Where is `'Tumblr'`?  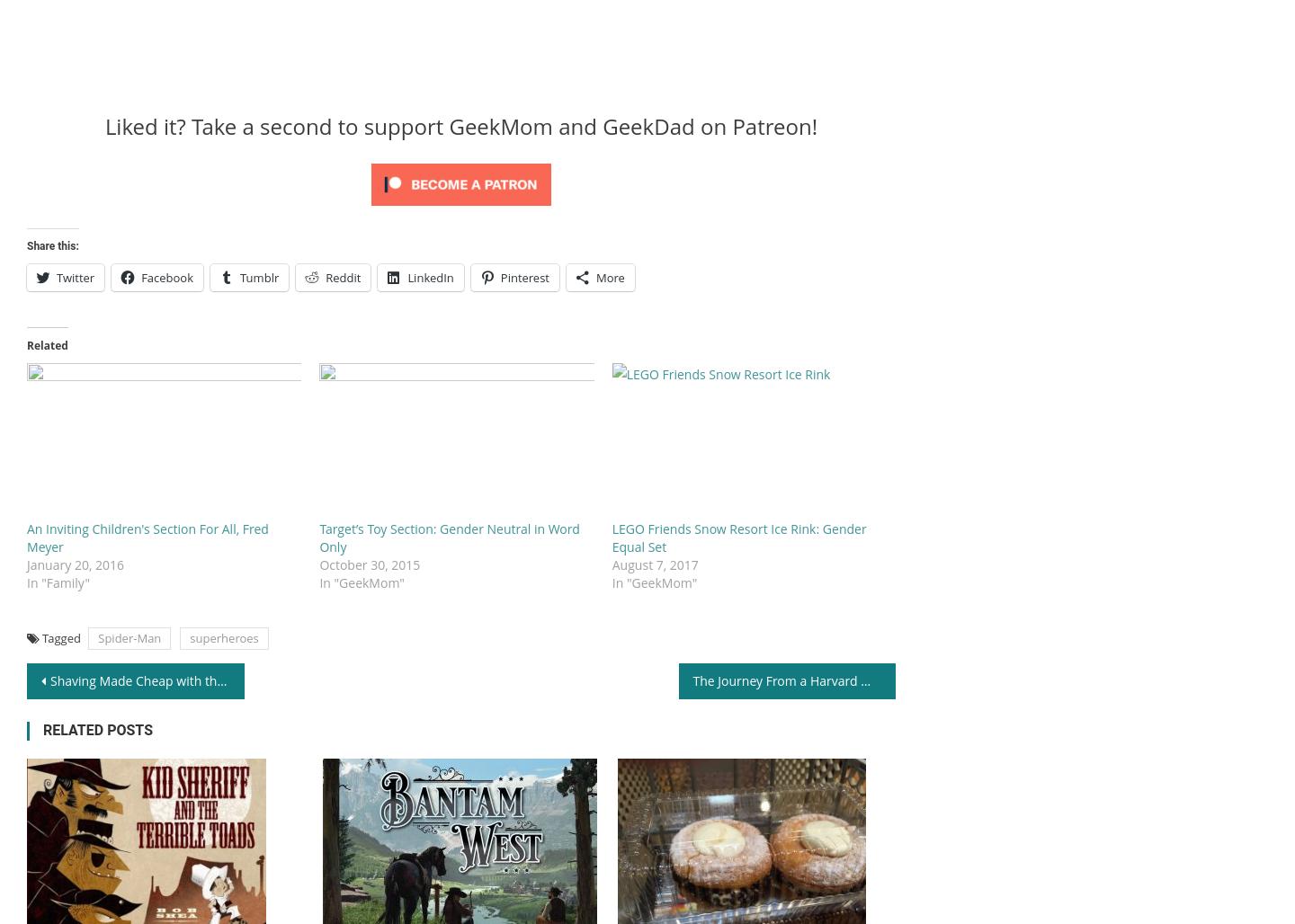 'Tumblr' is located at coordinates (238, 276).